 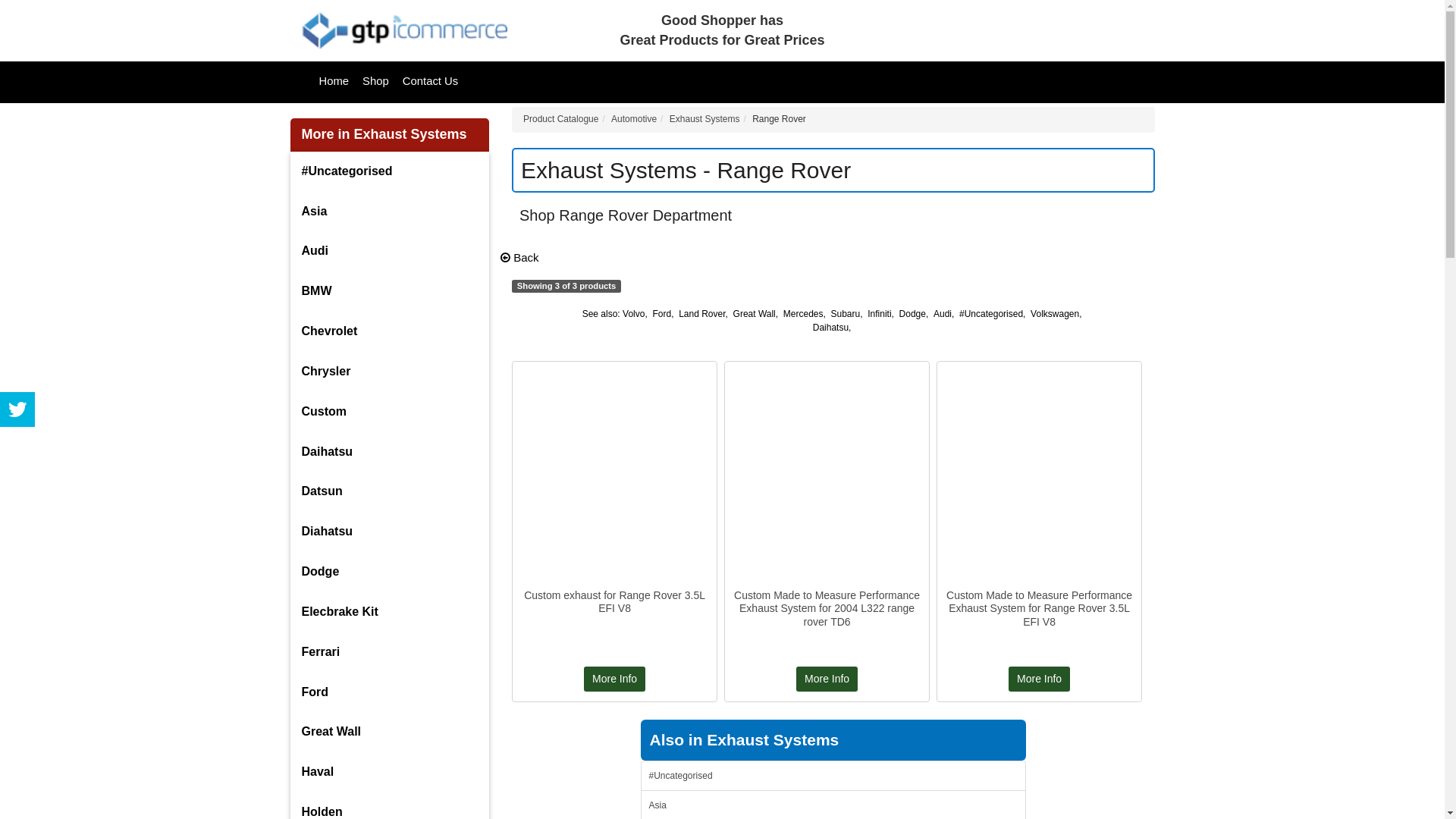 I want to click on 'Infiniti', so click(x=879, y=312).